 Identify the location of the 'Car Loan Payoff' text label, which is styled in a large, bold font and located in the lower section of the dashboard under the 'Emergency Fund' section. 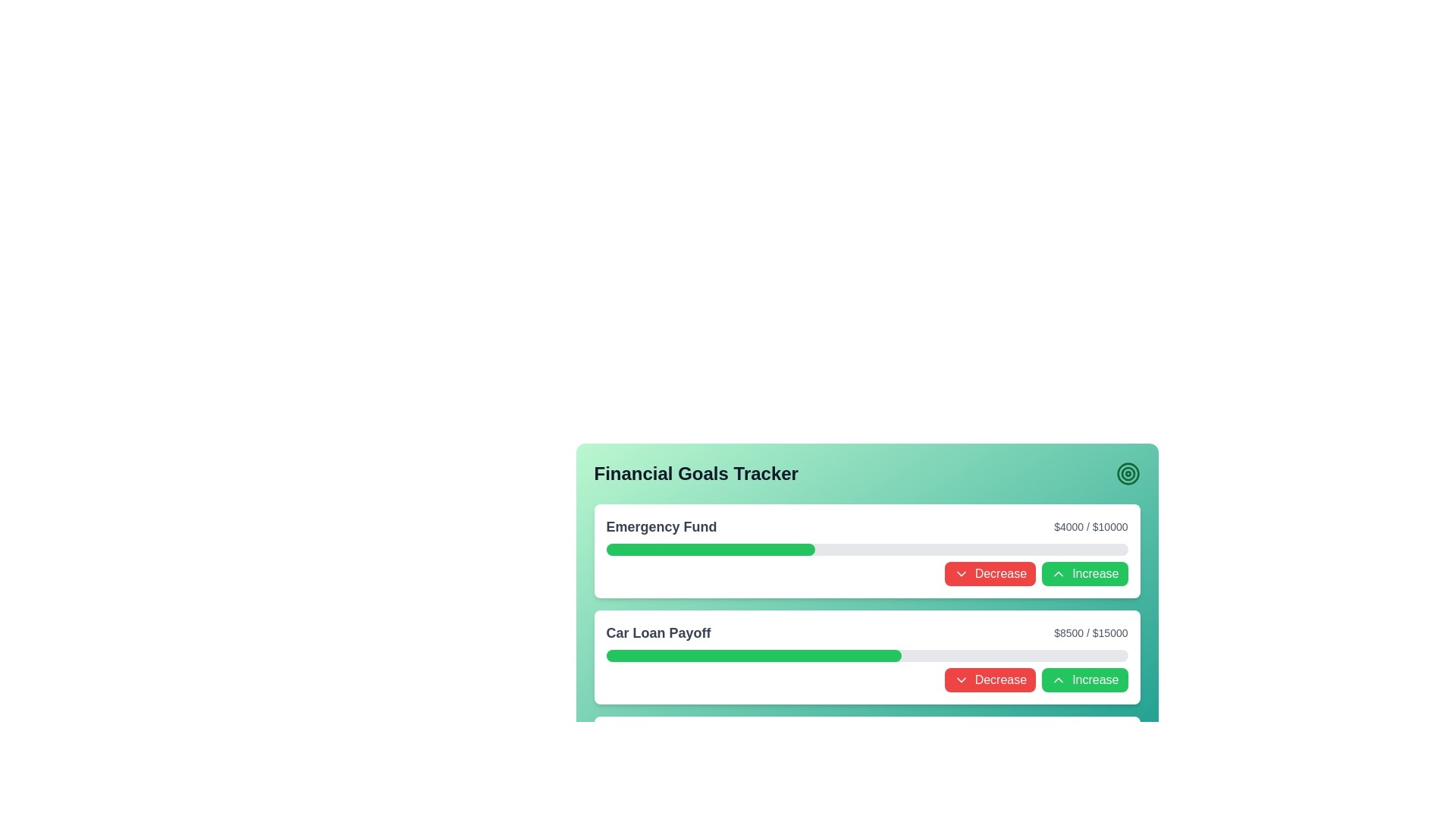
(658, 632).